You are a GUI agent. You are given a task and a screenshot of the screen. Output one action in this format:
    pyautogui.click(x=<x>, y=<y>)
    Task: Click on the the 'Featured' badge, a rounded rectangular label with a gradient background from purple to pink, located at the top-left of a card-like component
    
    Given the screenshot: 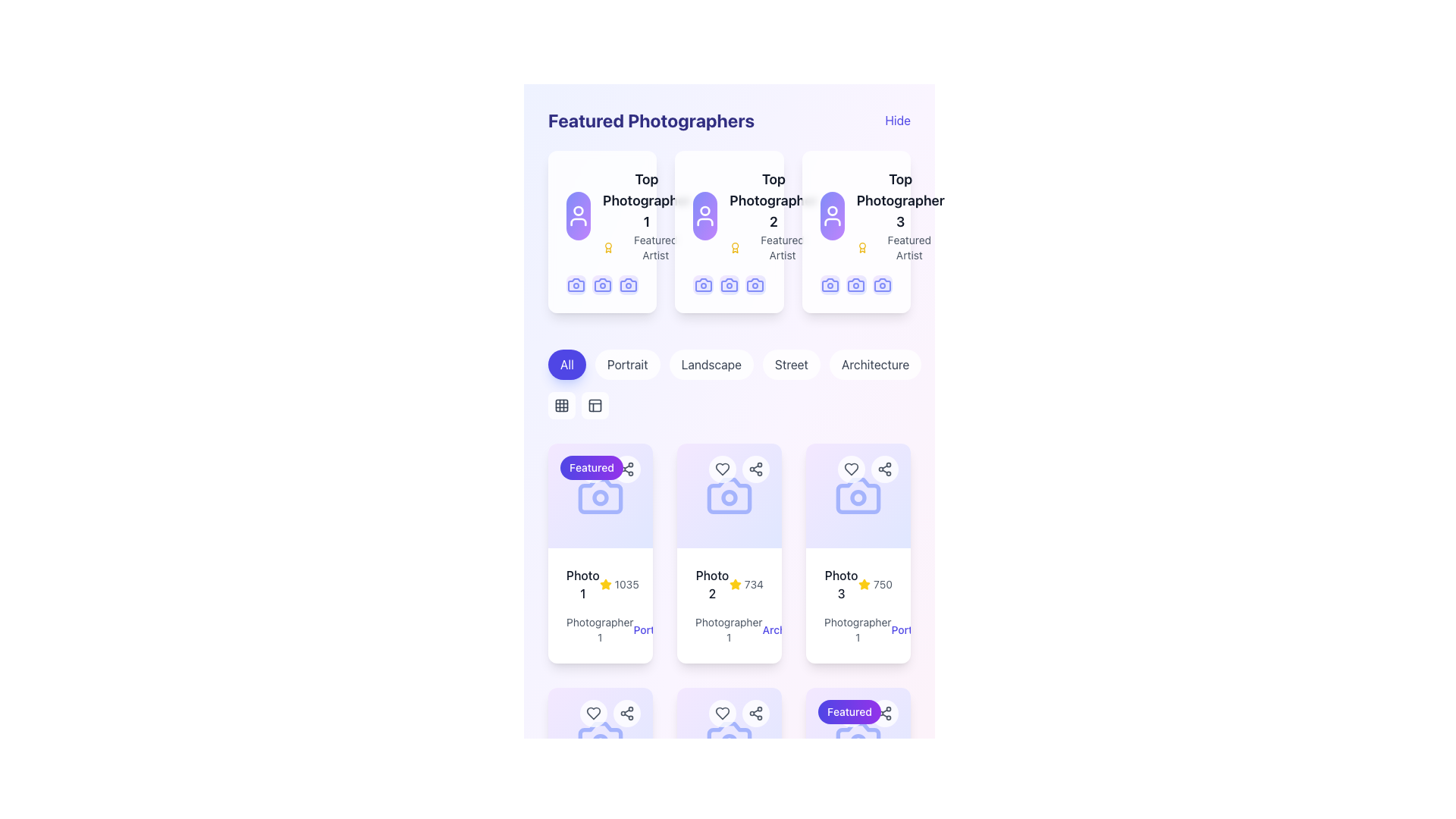 What is the action you would take?
    pyautogui.click(x=610, y=468)
    